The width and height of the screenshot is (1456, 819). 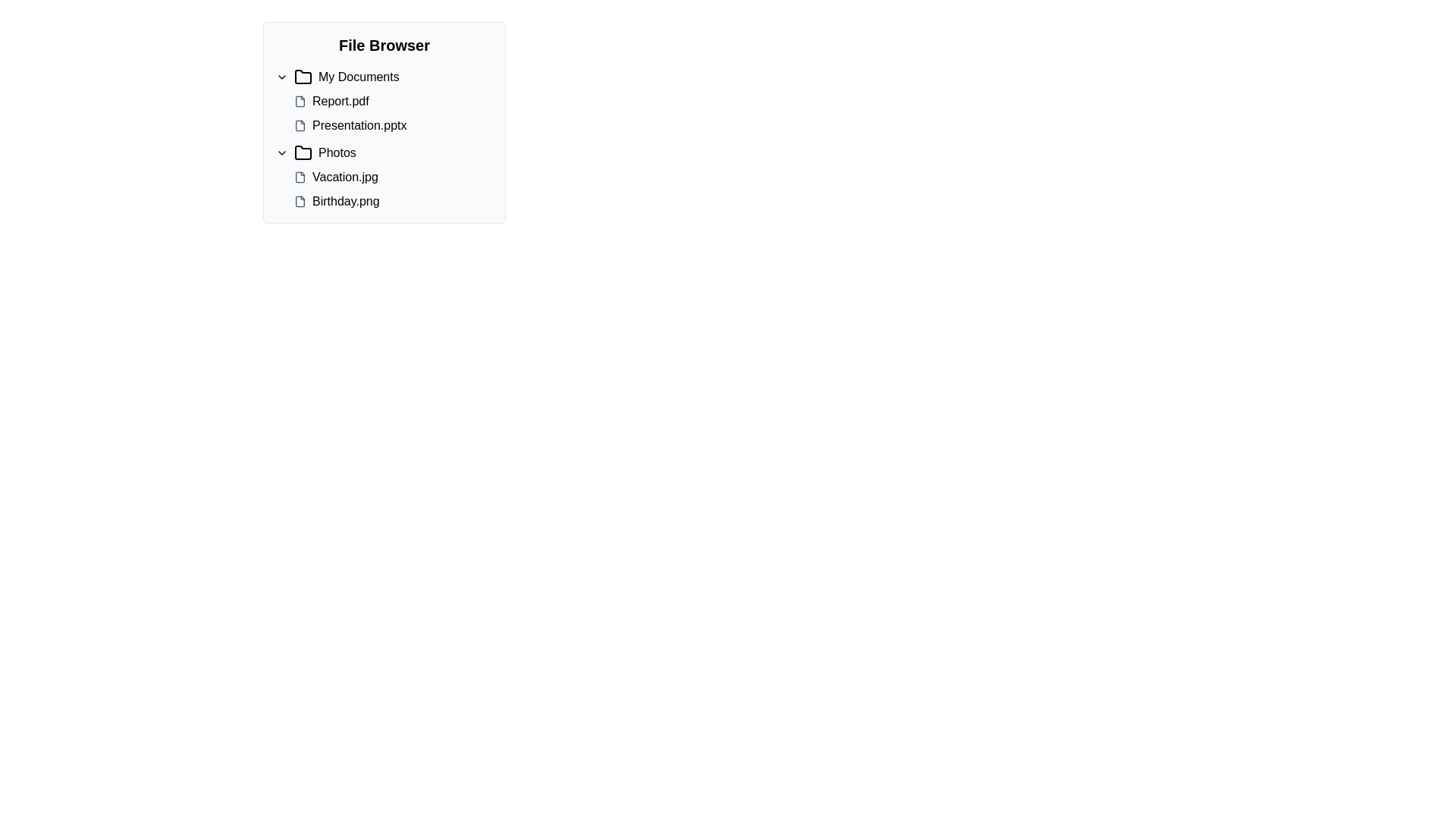 What do you see at coordinates (300, 124) in the screenshot?
I see `the document file icon, which has a minimalistic design and is located` at bounding box center [300, 124].